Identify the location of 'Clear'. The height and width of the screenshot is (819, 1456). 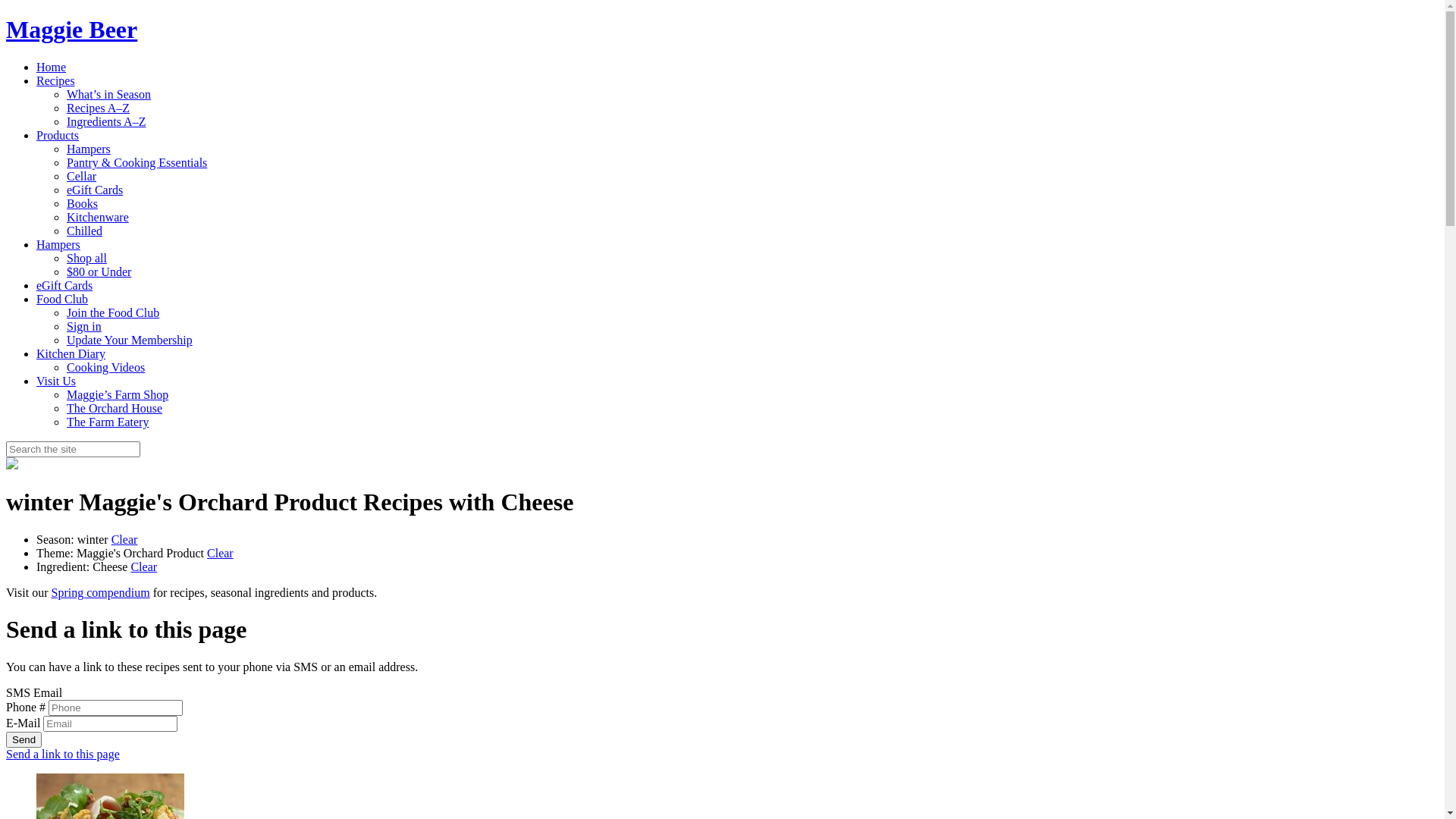
(124, 538).